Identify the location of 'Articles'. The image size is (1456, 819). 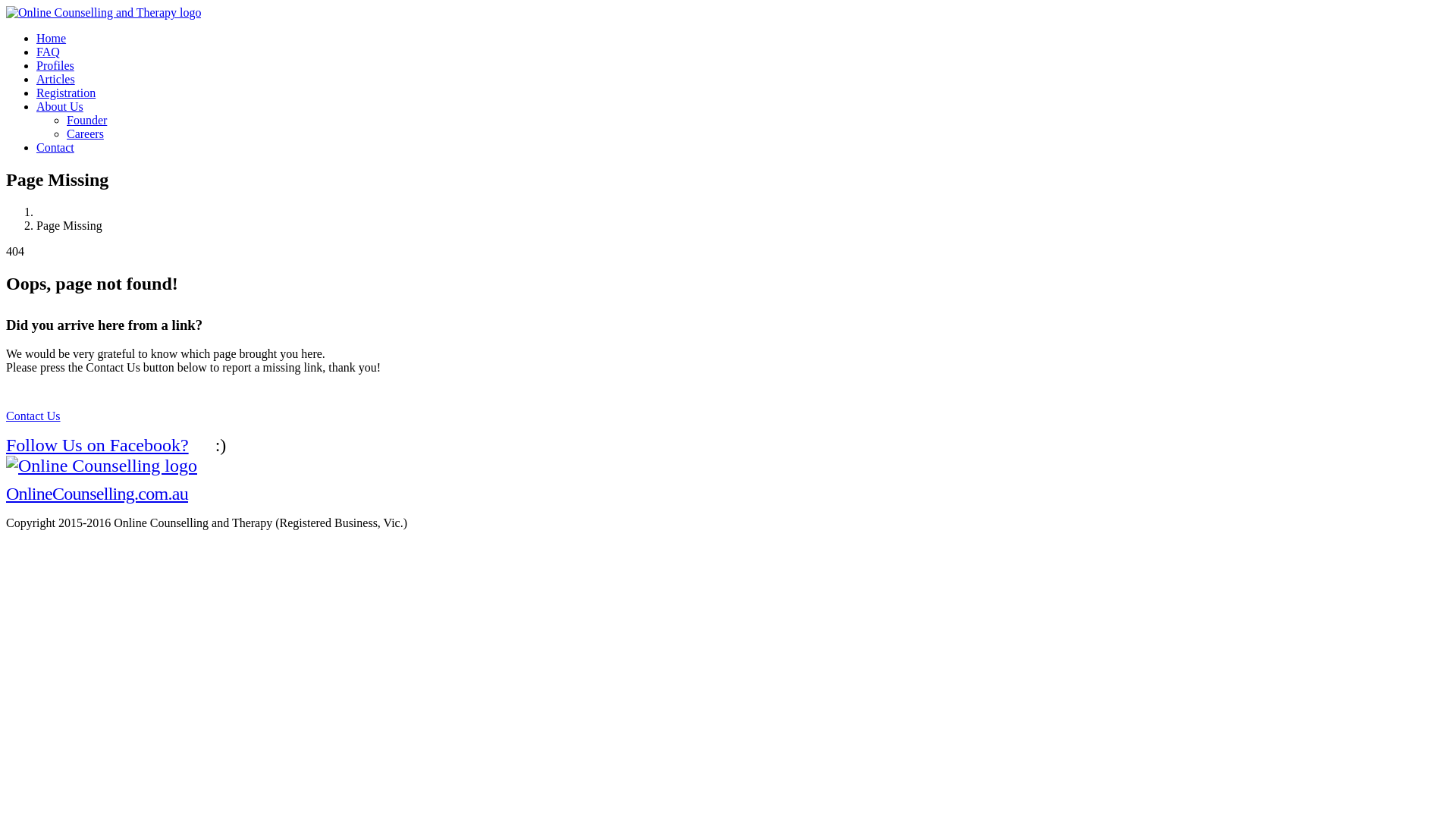
(55, 79).